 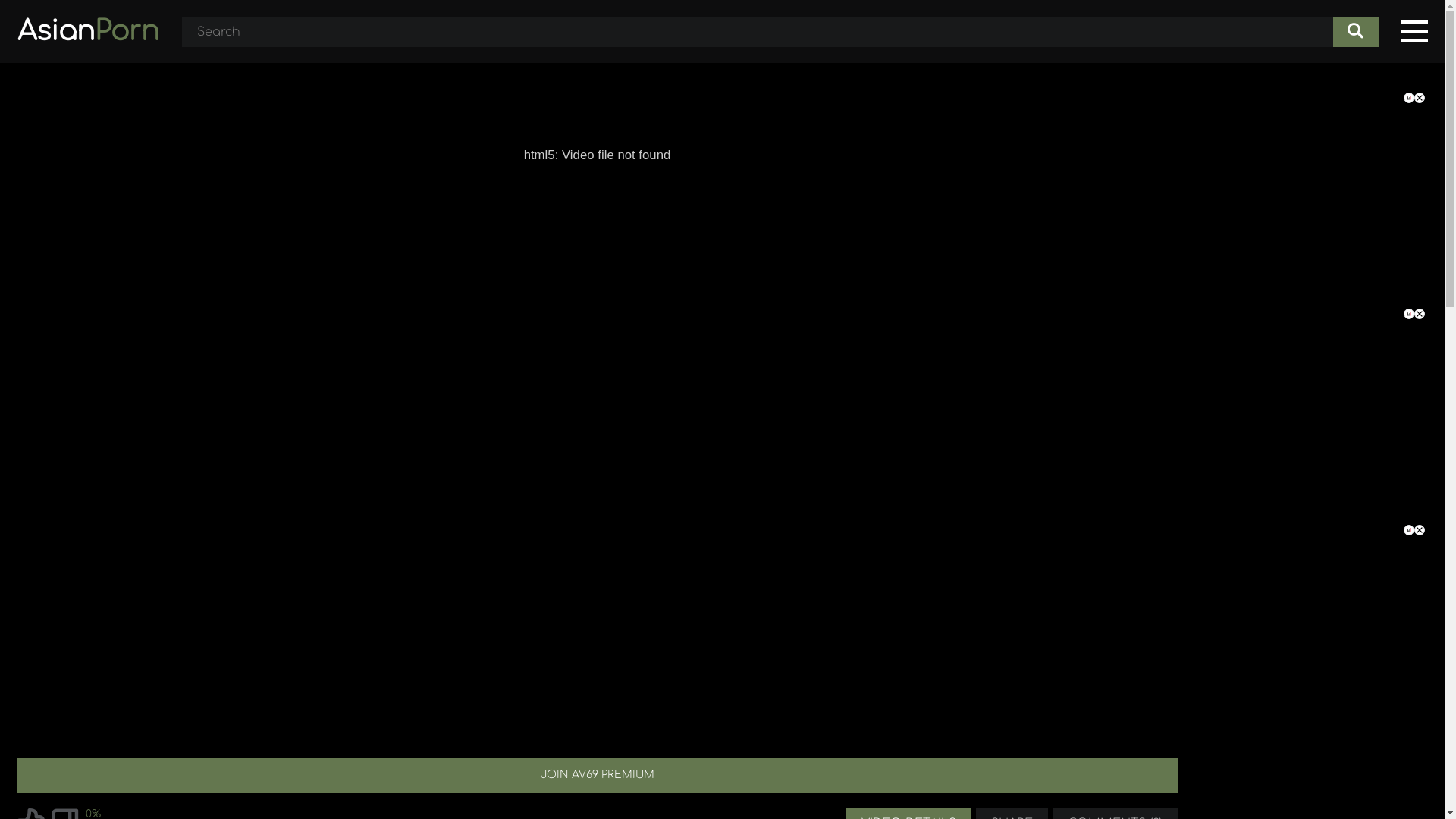 What do you see at coordinates (86, 31) in the screenshot?
I see `'AsianPorn'` at bounding box center [86, 31].